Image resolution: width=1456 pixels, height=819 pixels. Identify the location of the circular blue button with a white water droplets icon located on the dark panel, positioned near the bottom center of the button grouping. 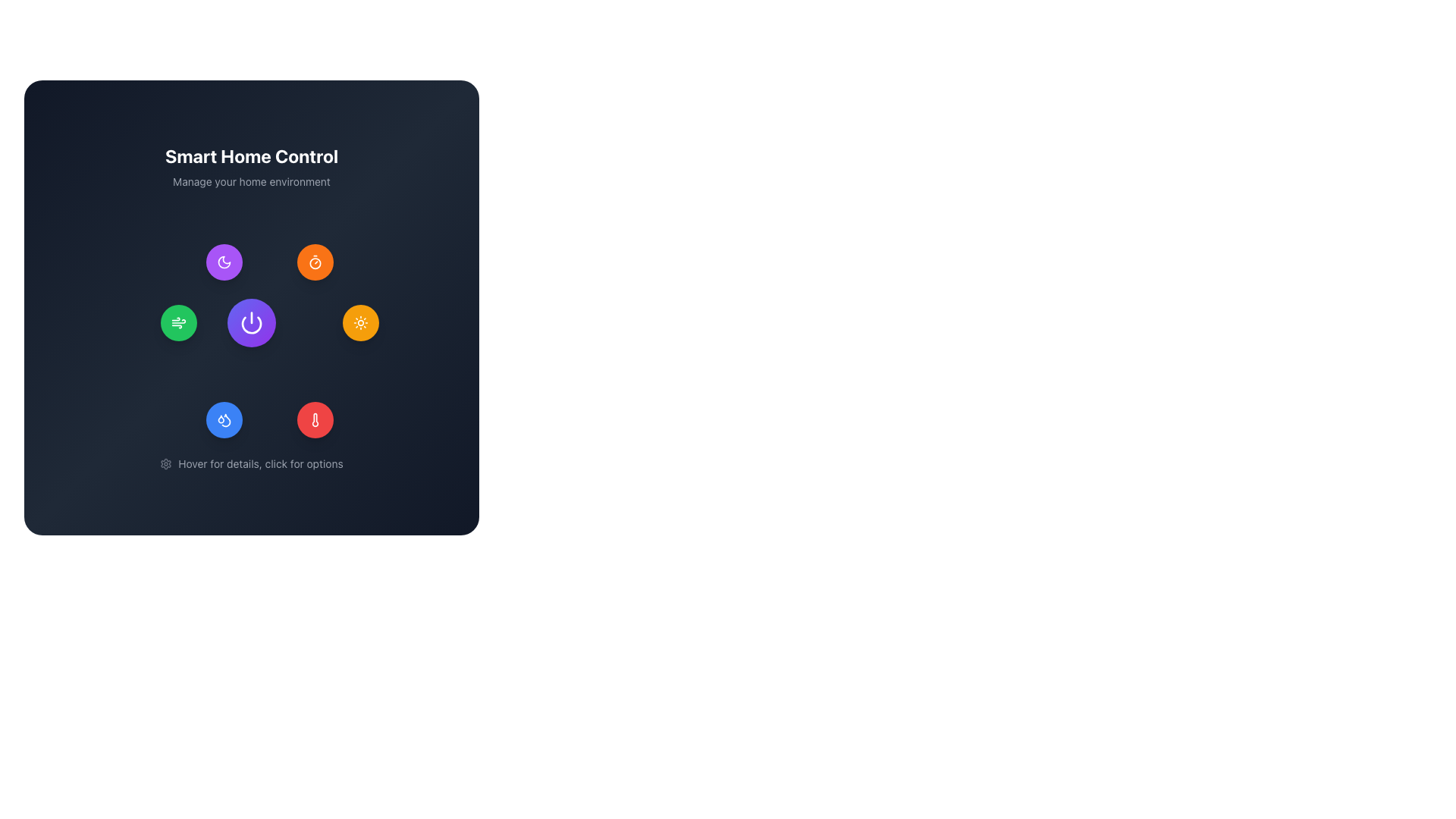
(224, 420).